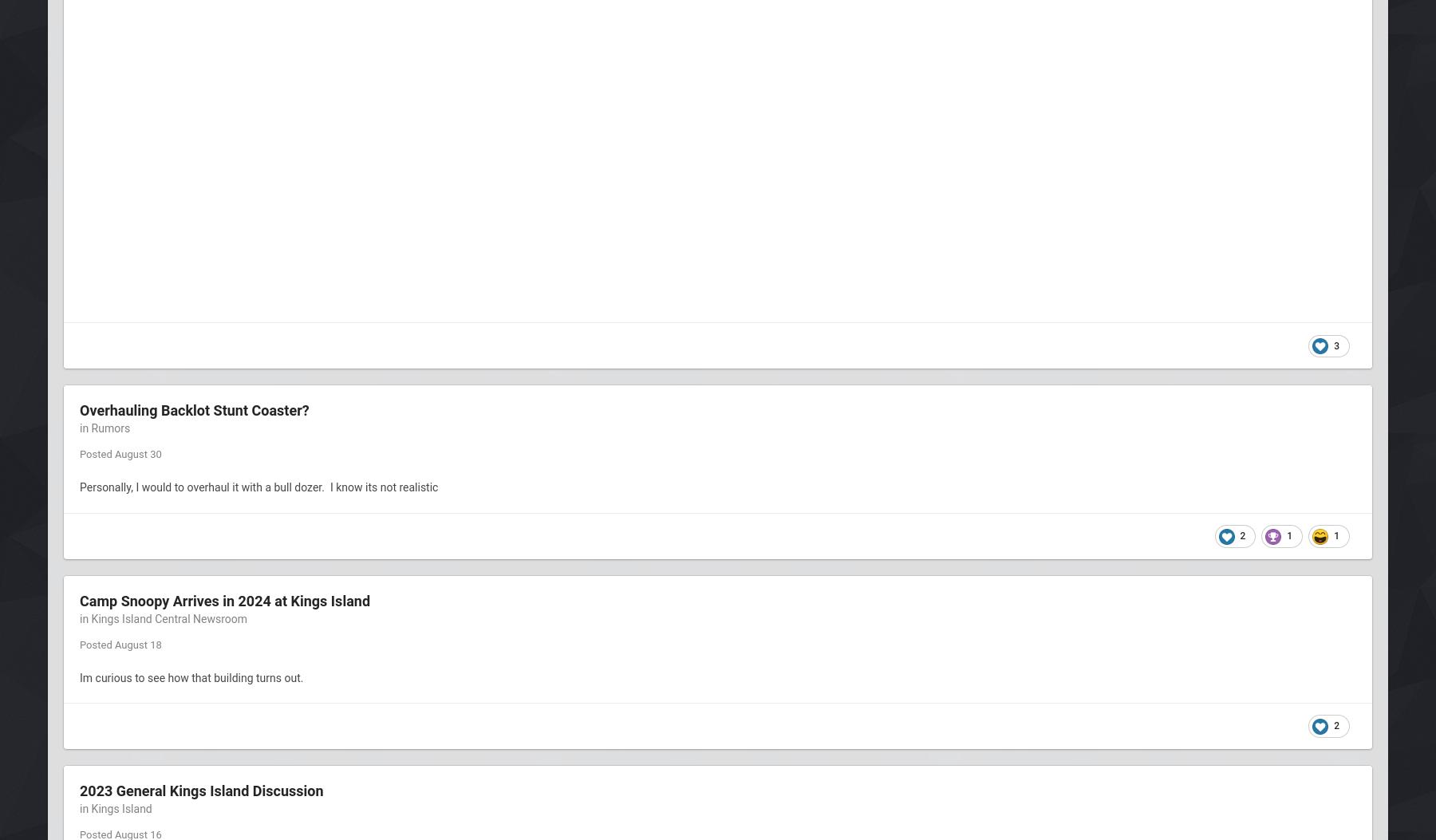 The height and width of the screenshot is (840, 1436). What do you see at coordinates (169, 618) in the screenshot?
I see `'Kings Island Central Newsroom'` at bounding box center [169, 618].